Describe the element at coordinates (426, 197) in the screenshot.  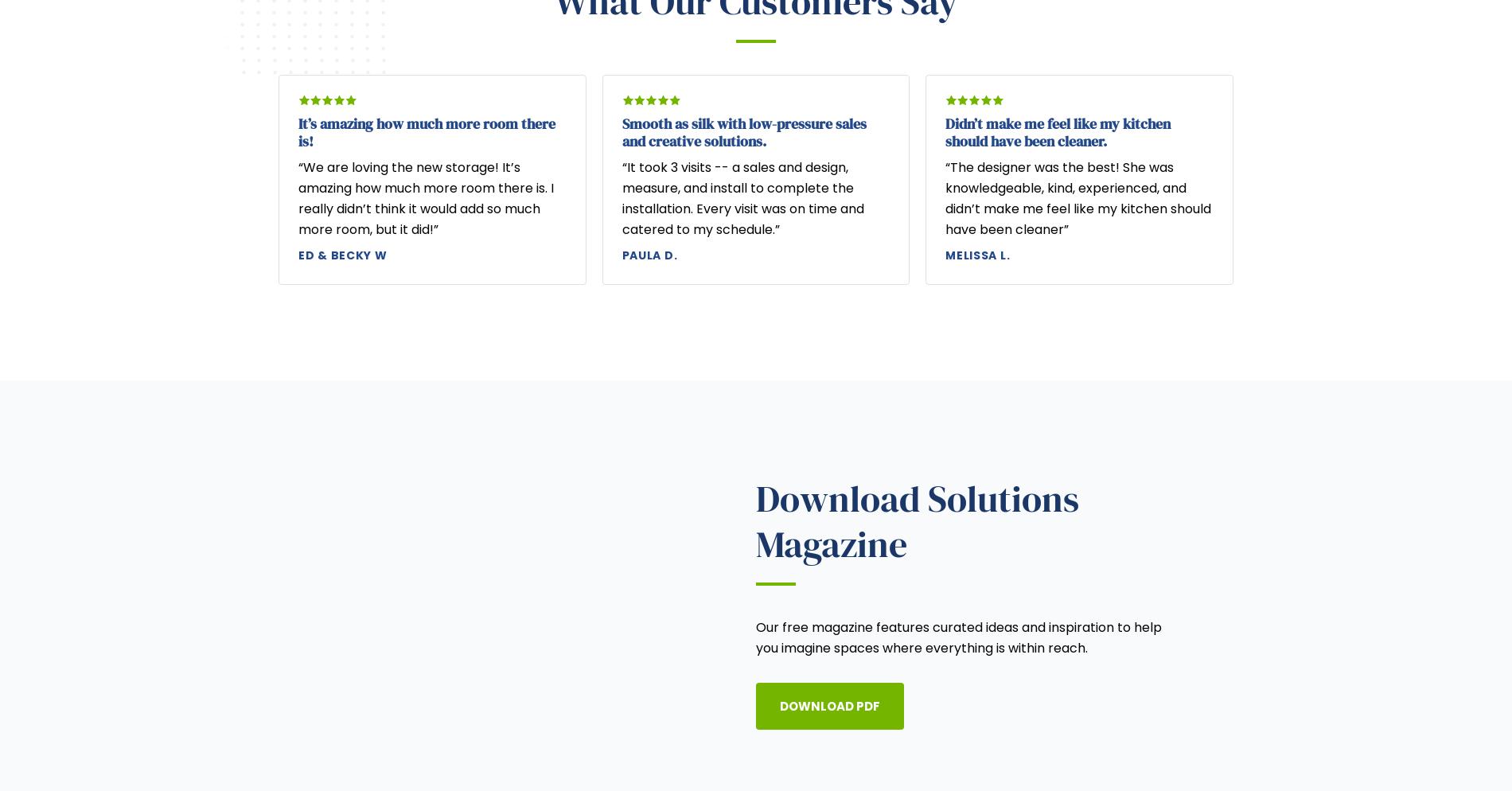
I see `'“We are loving the new storage! It’s amazing how much more room there is. I really didn’t think it would add so much more room, but it did!”'` at that location.